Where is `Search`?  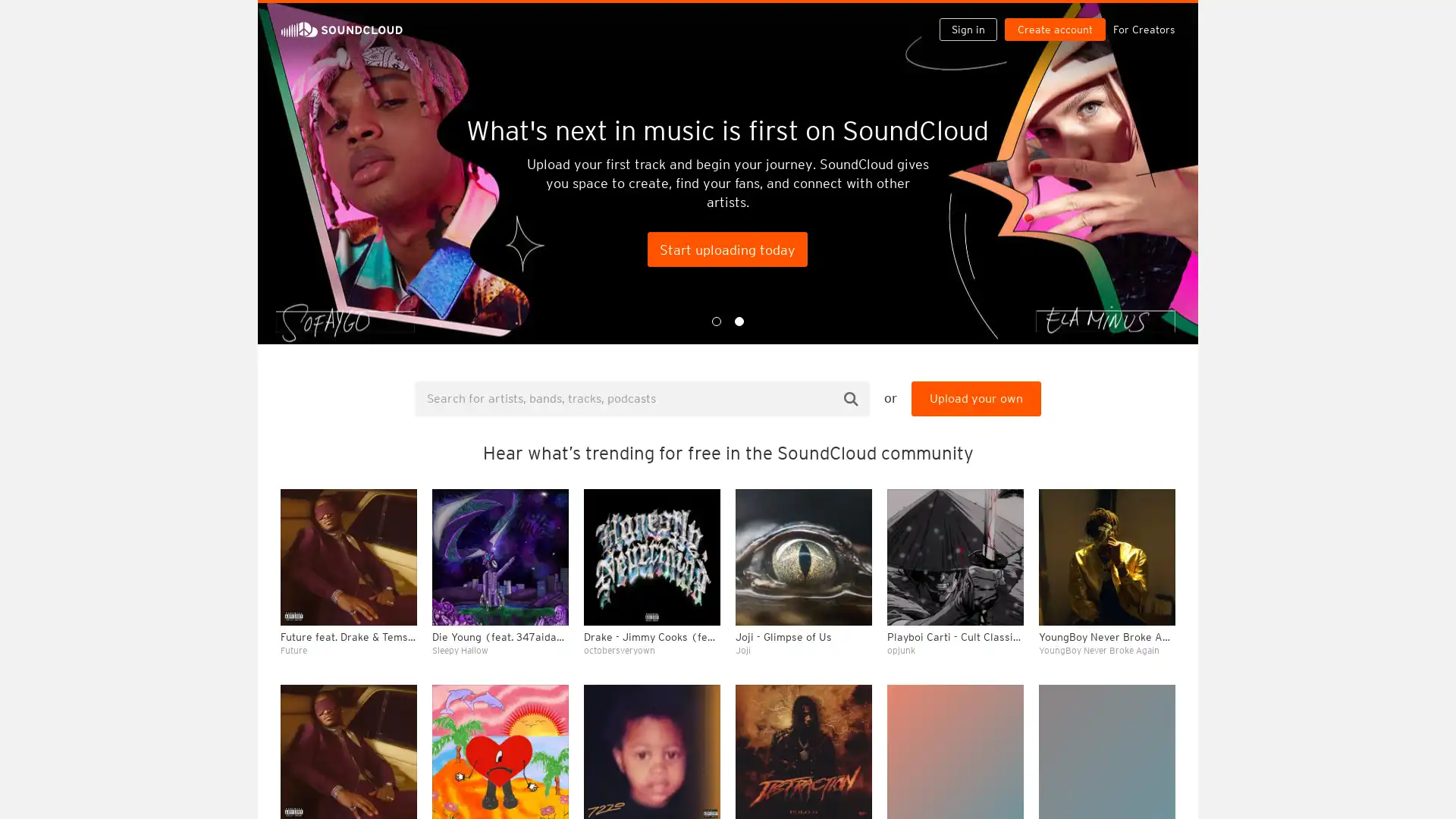
Search is located at coordinates (851, 397).